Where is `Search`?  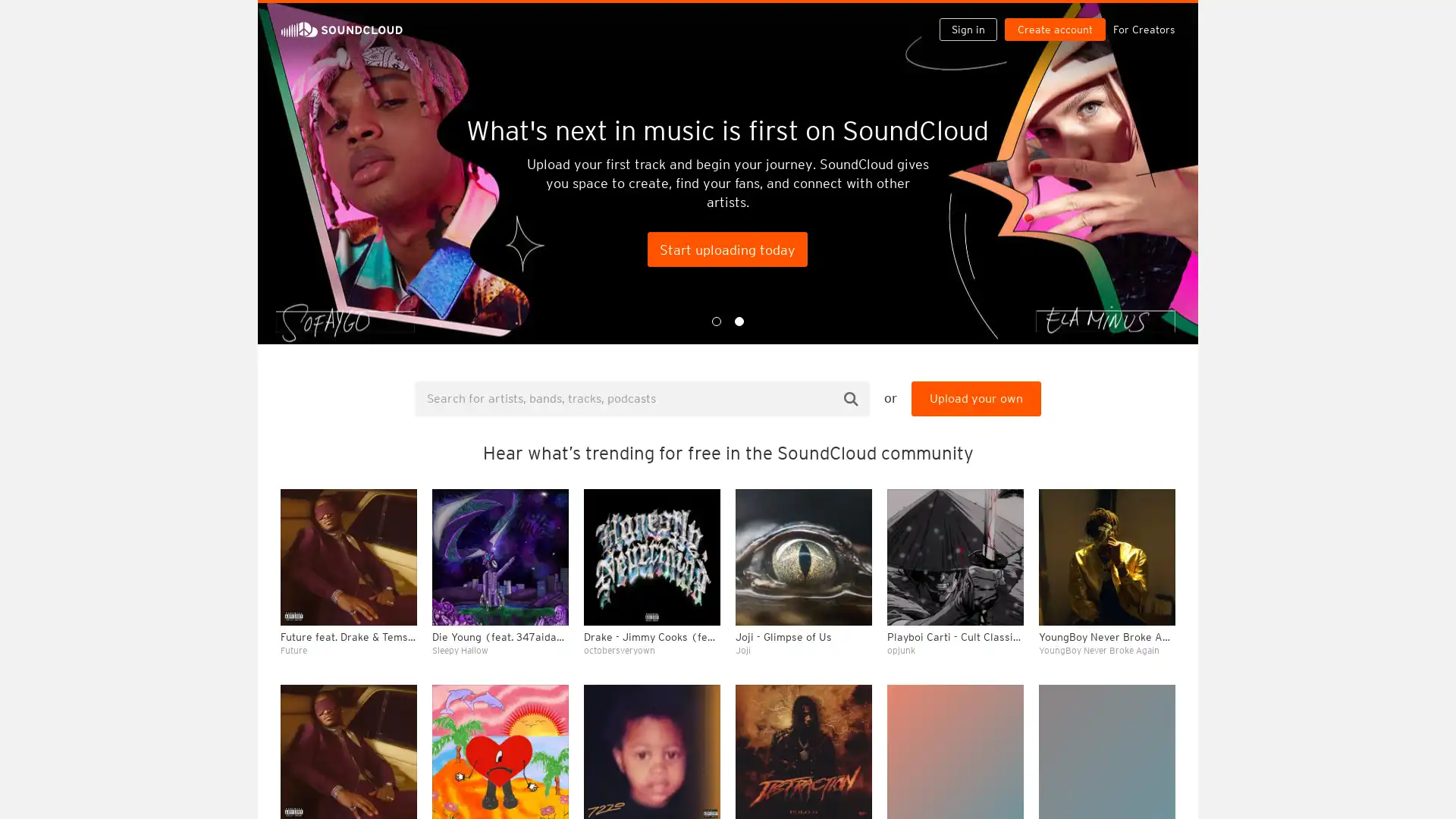
Search is located at coordinates (851, 397).